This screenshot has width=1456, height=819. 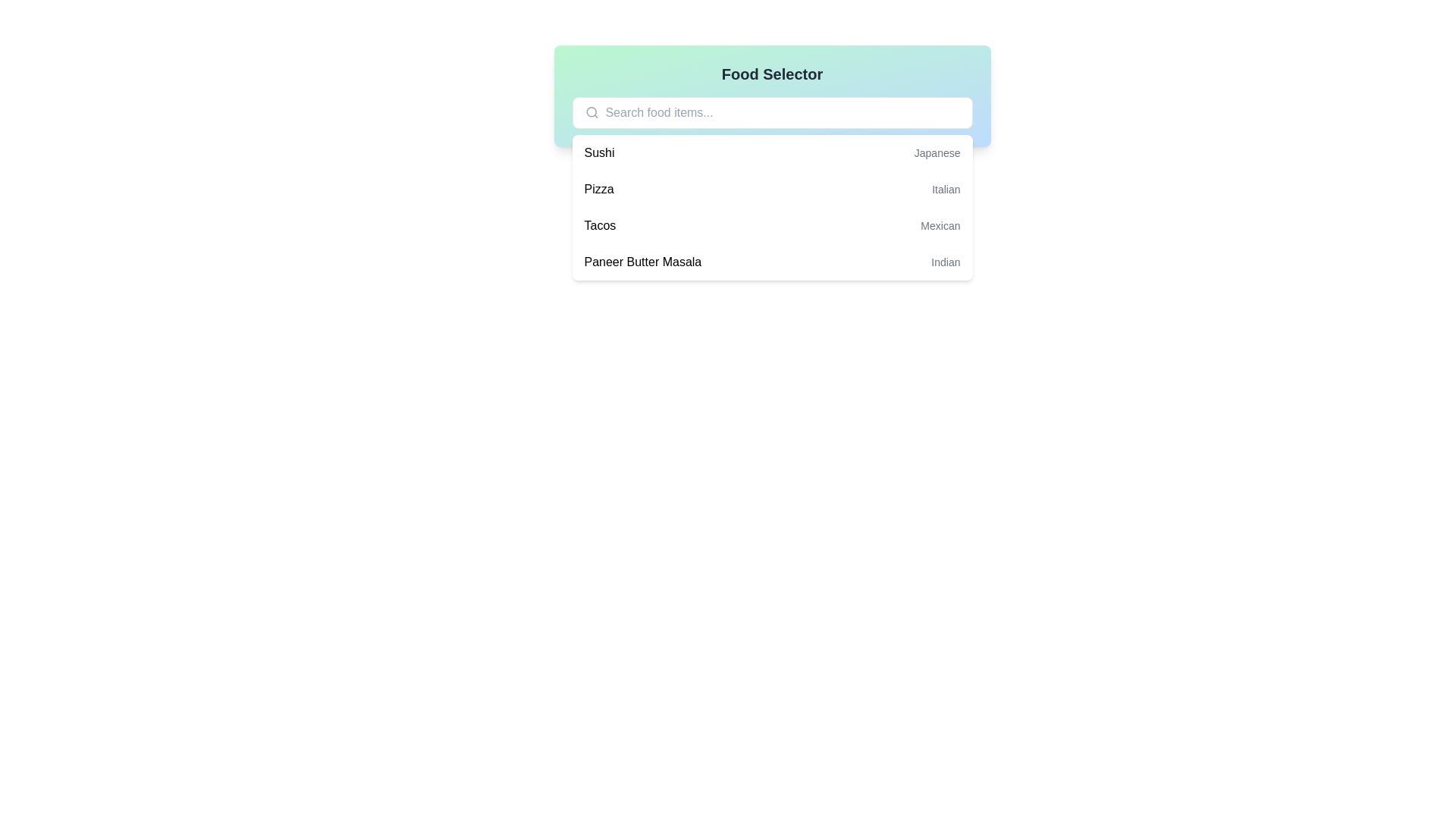 What do you see at coordinates (598, 189) in the screenshot?
I see `the text 'Pizza' in the second item of the dropdown list under the heading 'Food Selector'` at bounding box center [598, 189].